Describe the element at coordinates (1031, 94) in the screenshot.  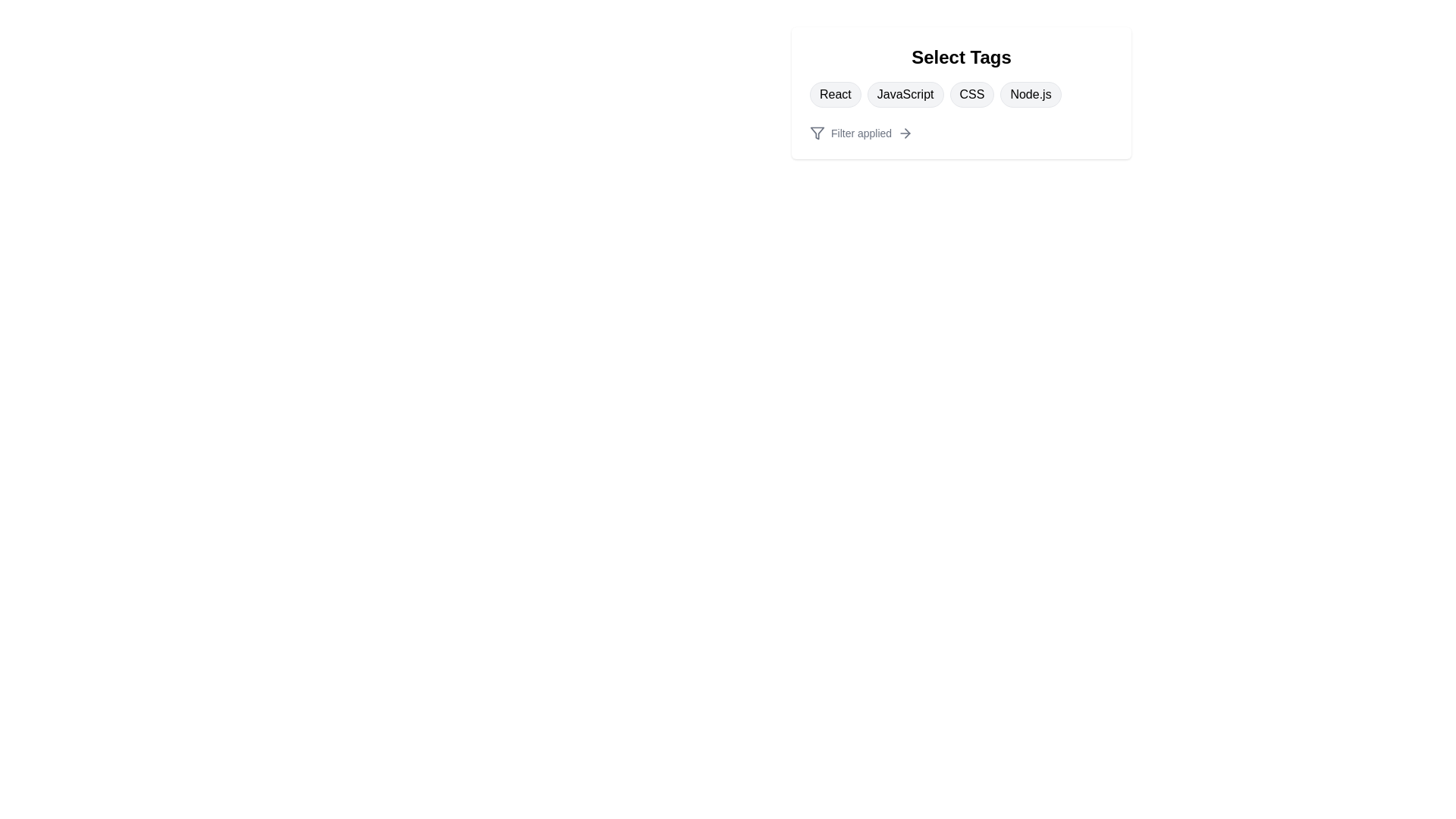
I see `the filter button for the 'Node.js' tag, which is the fourth button in the tag selection sequence under the 'Select Tags' heading` at that location.